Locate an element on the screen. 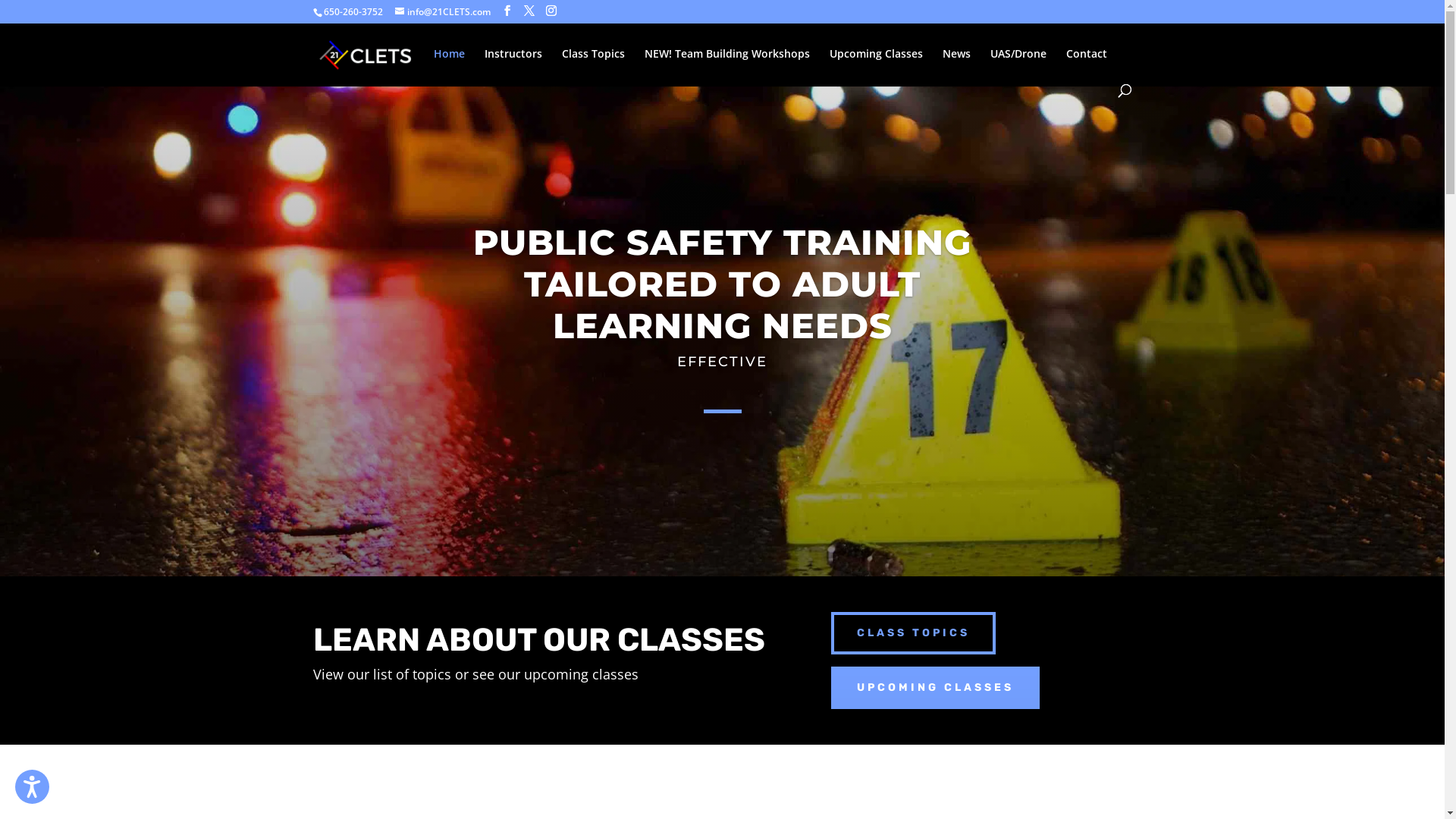  'CLASS TOPICS' is located at coordinates (912, 632).